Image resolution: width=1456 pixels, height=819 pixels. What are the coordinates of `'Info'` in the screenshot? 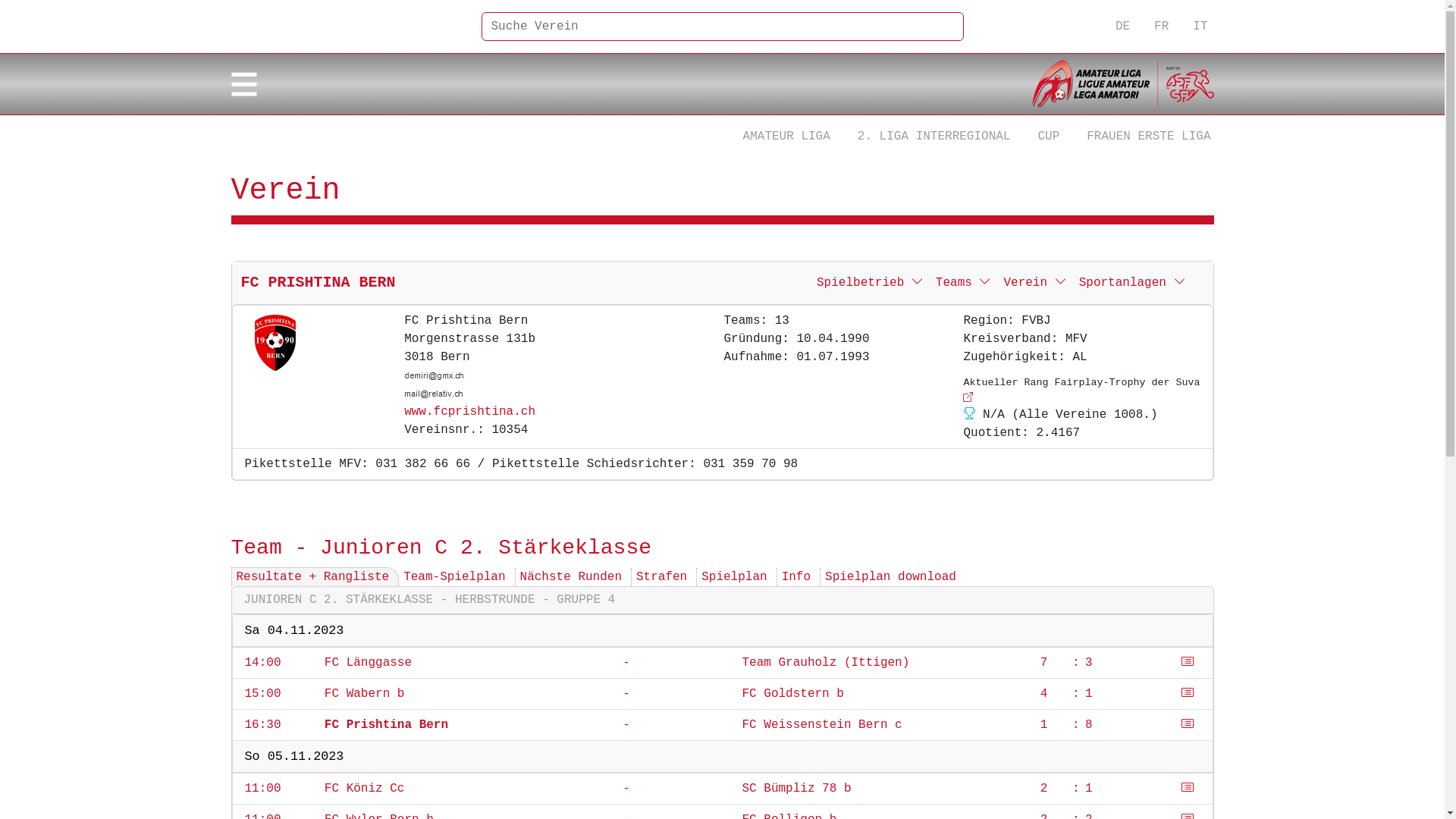 It's located at (795, 576).